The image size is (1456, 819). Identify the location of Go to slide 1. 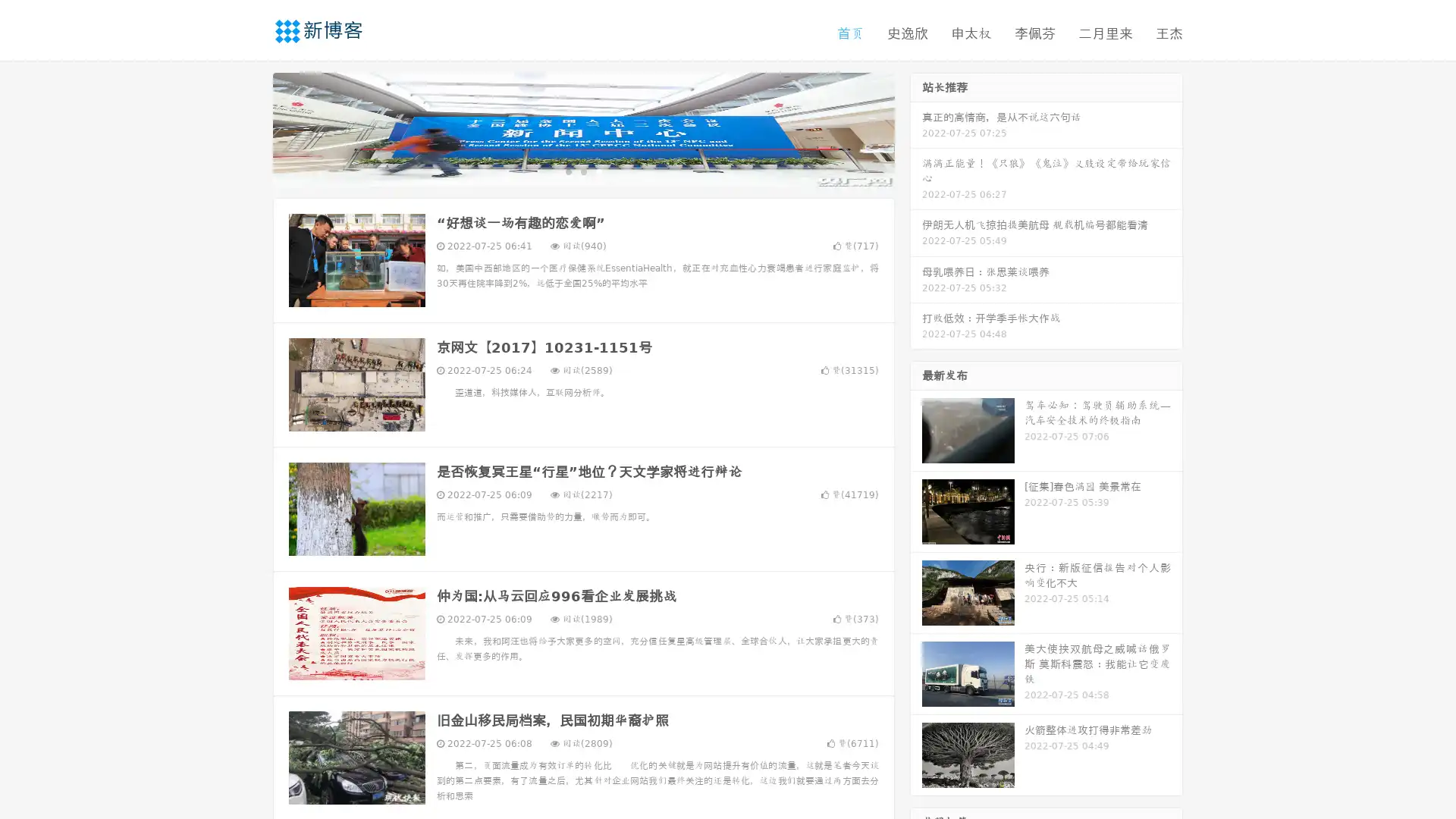
(567, 171).